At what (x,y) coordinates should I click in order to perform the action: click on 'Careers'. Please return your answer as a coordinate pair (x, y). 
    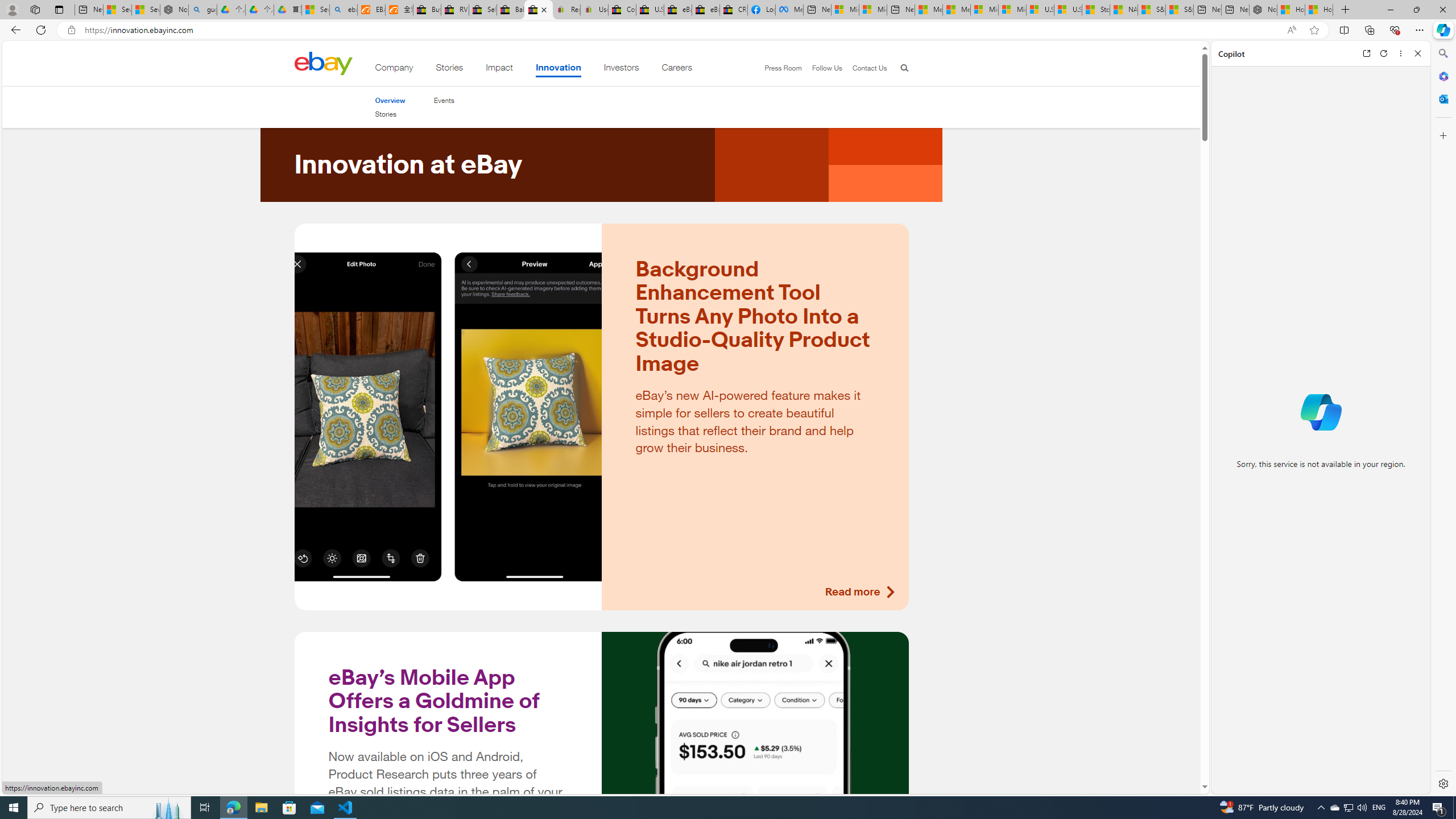
    Looking at the image, I should click on (677, 69).